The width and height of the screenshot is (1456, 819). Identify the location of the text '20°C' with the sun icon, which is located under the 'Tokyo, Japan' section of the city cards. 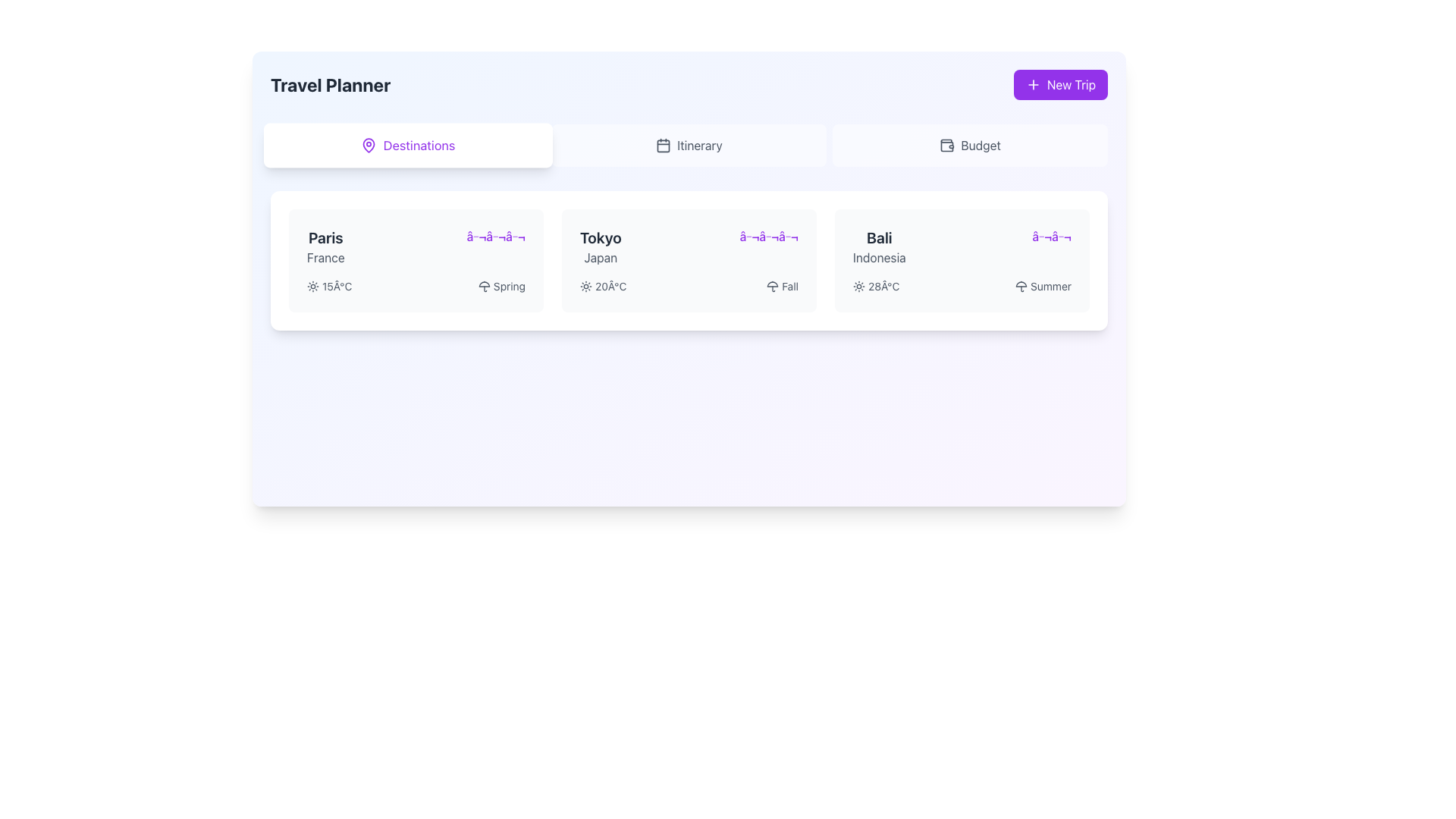
(602, 287).